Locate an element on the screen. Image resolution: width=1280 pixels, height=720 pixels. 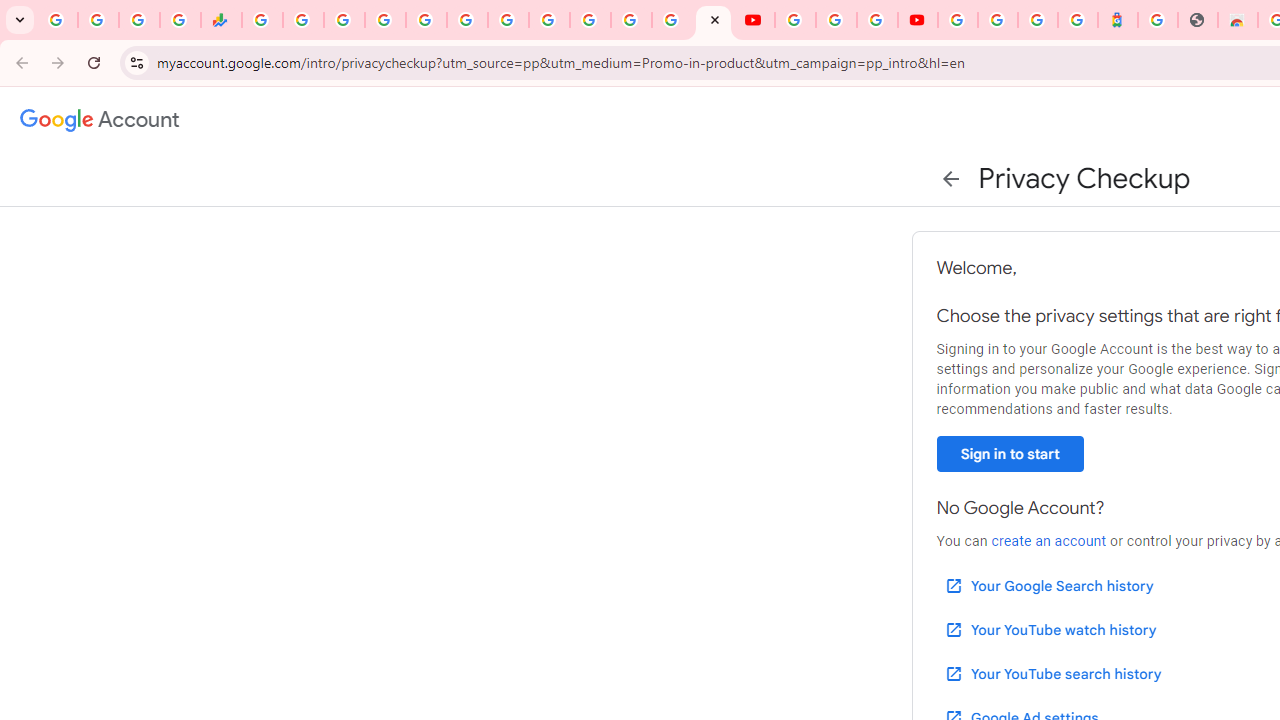
'Privacy Checkup' is located at coordinates (712, 20).